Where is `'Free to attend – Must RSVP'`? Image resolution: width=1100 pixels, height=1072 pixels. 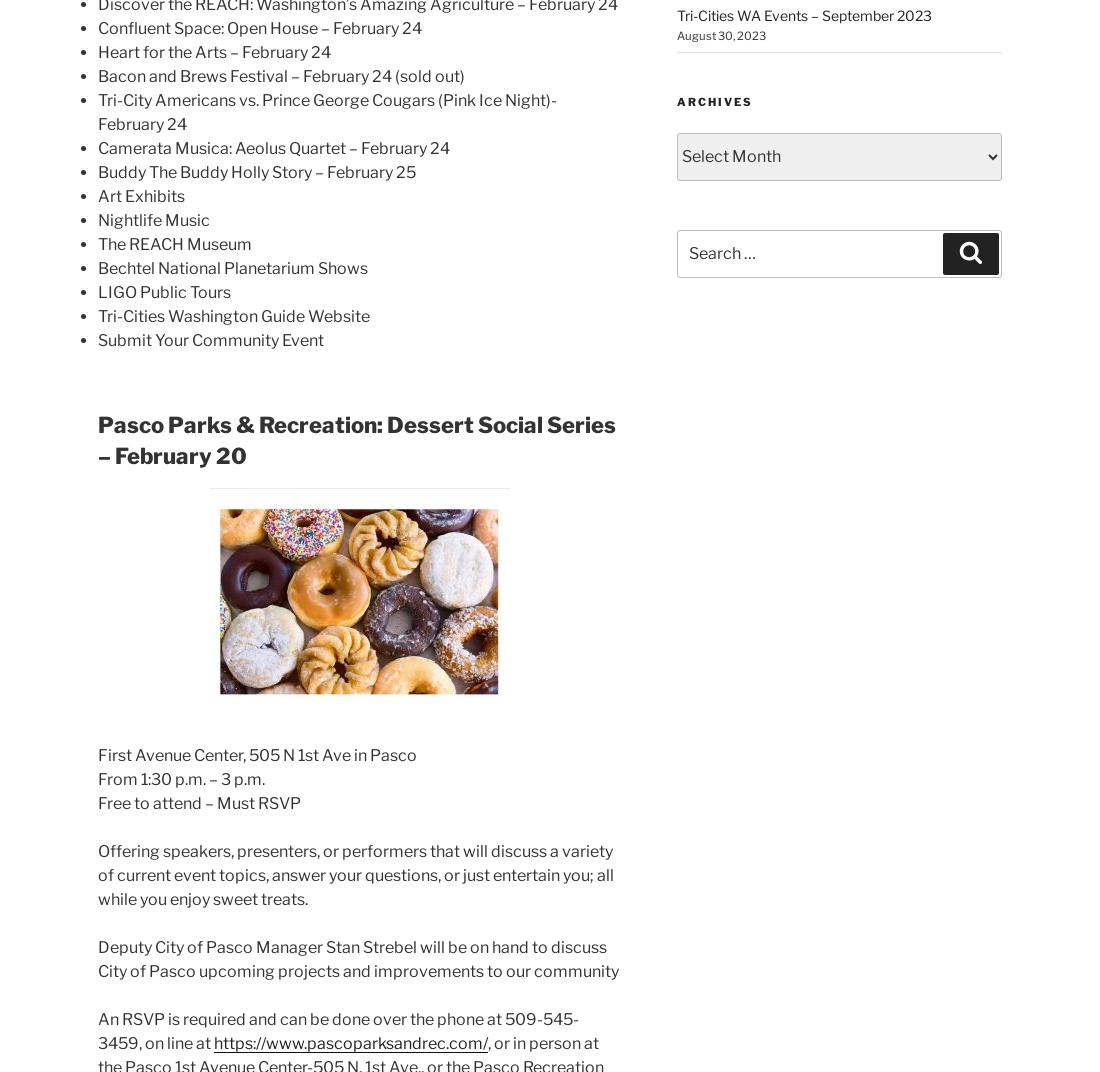 'Free to attend – Must RSVP' is located at coordinates (198, 803).